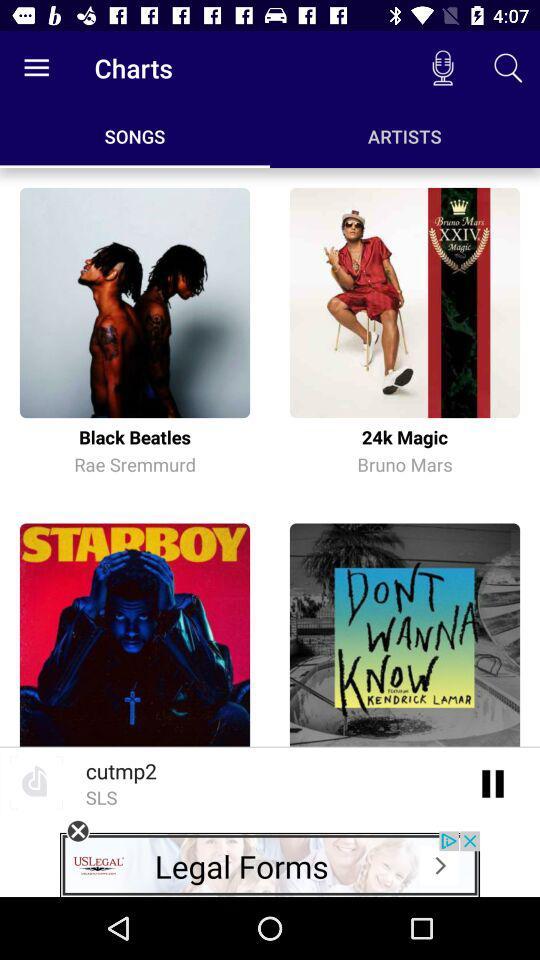 Image resolution: width=540 pixels, height=960 pixels. I want to click on the close icon, so click(77, 831).